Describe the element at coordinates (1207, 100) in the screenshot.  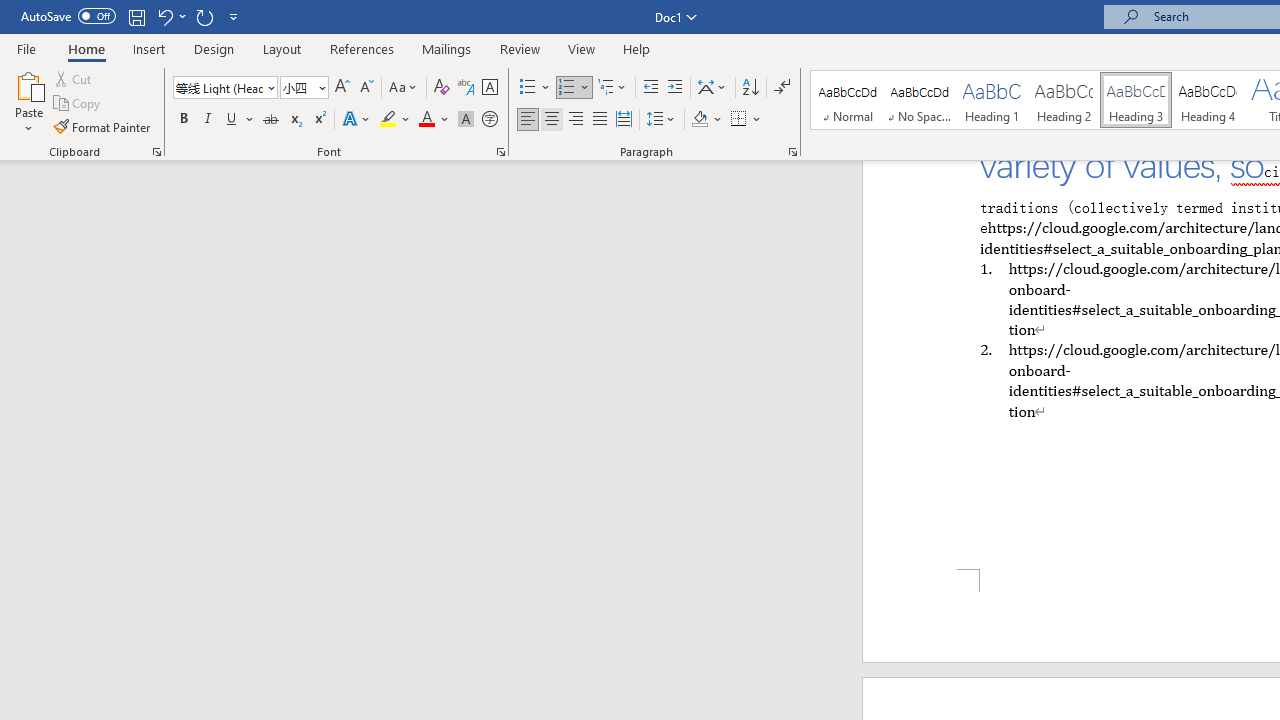
I see `'Heading 4'` at that location.